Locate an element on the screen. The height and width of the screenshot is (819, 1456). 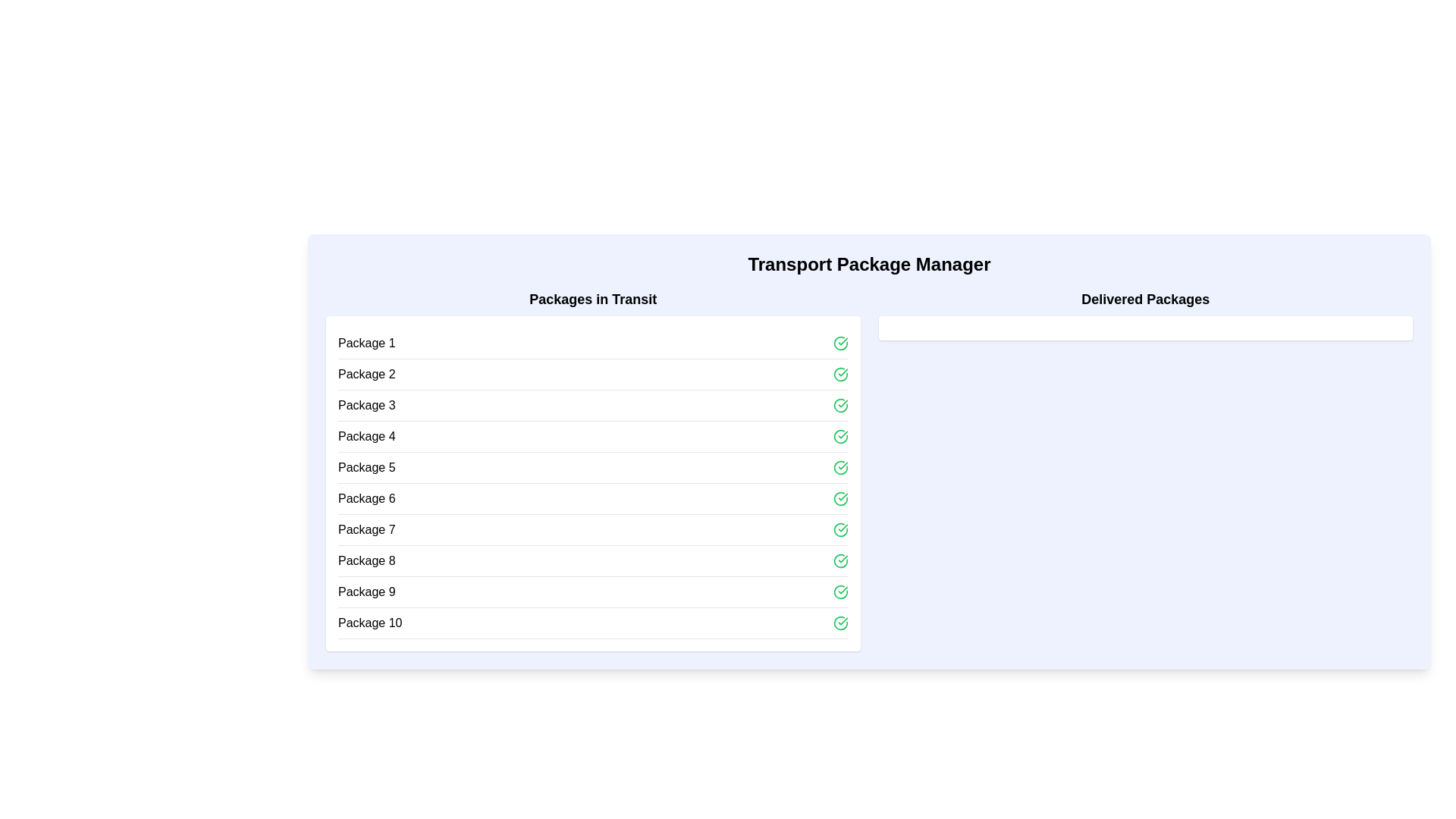
the graphical icon representing the status or approval for 'Package 5', located in the rightmost part of the fifth row in the 'Packages in Transit' list is located at coordinates (839, 467).